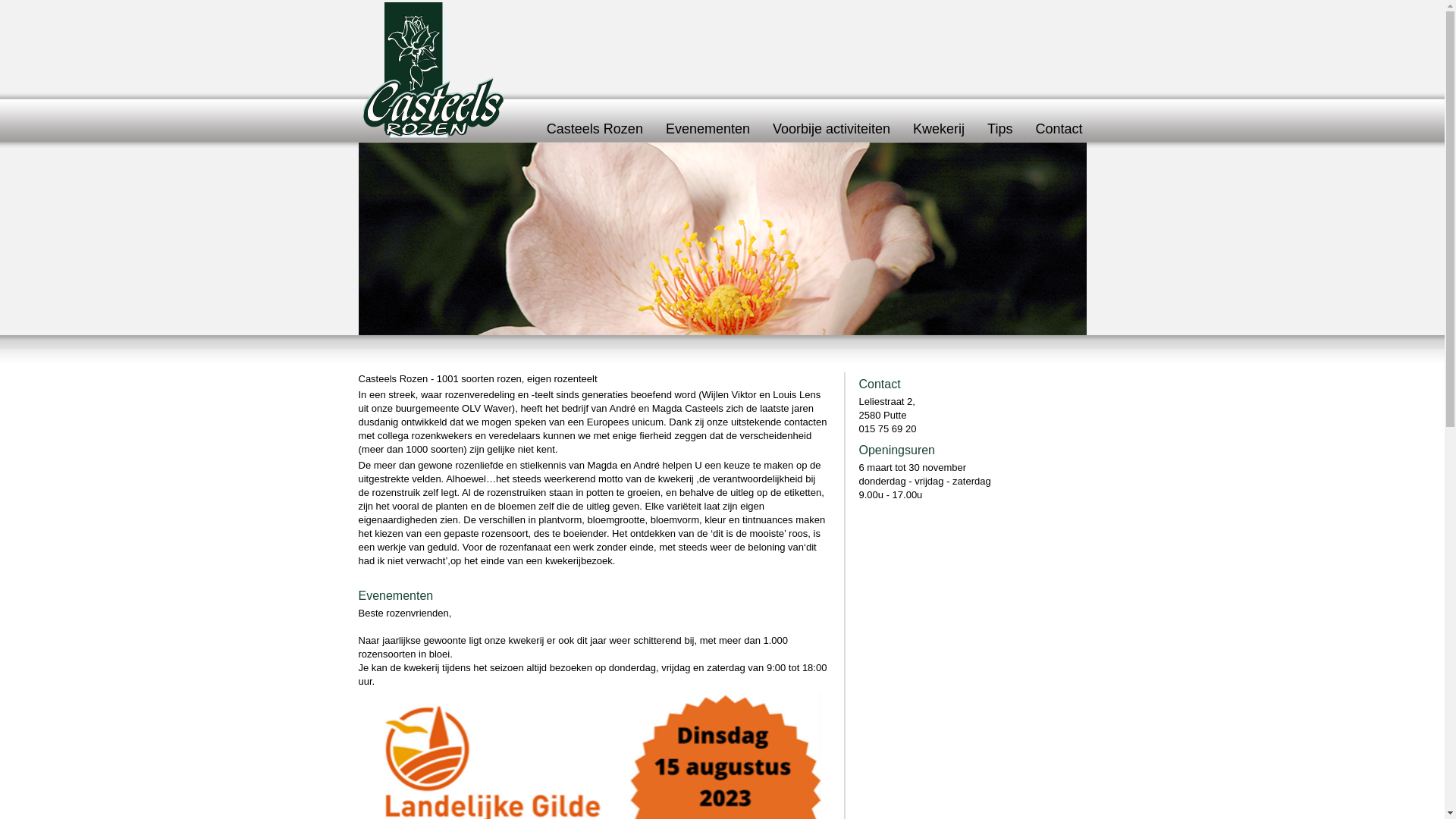 This screenshot has width=1456, height=819. I want to click on 'Contact', so click(1058, 127).